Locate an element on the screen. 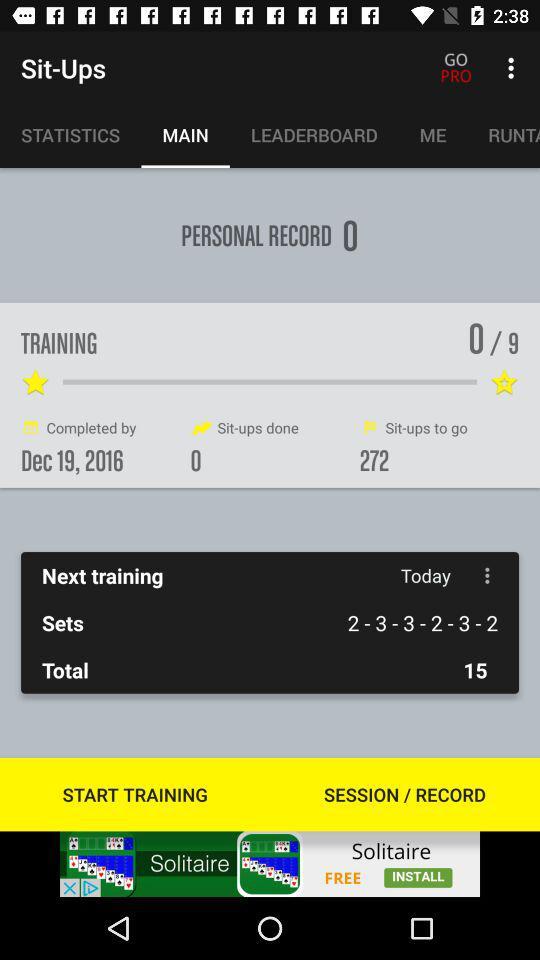 The image size is (540, 960). advertisement for solitaire app is located at coordinates (270, 863).